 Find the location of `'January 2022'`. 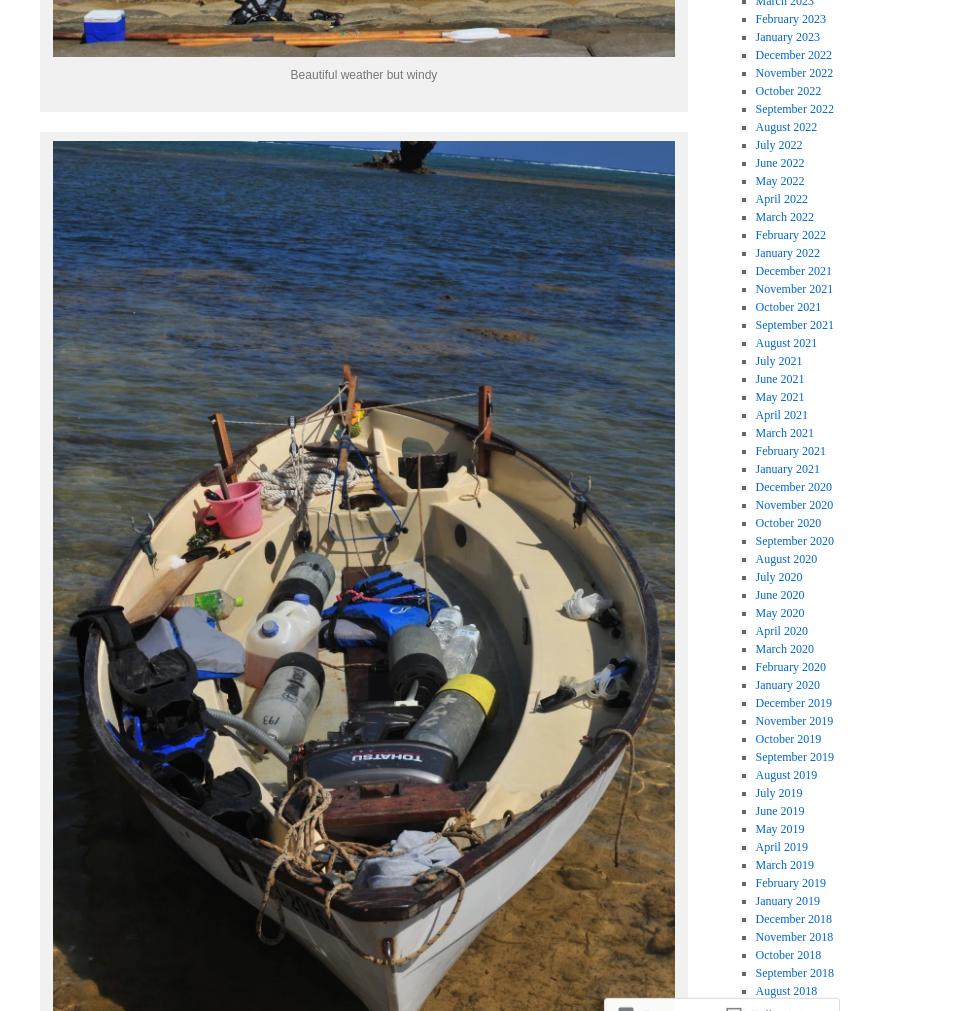

'January 2022' is located at coordinates (754, 252).